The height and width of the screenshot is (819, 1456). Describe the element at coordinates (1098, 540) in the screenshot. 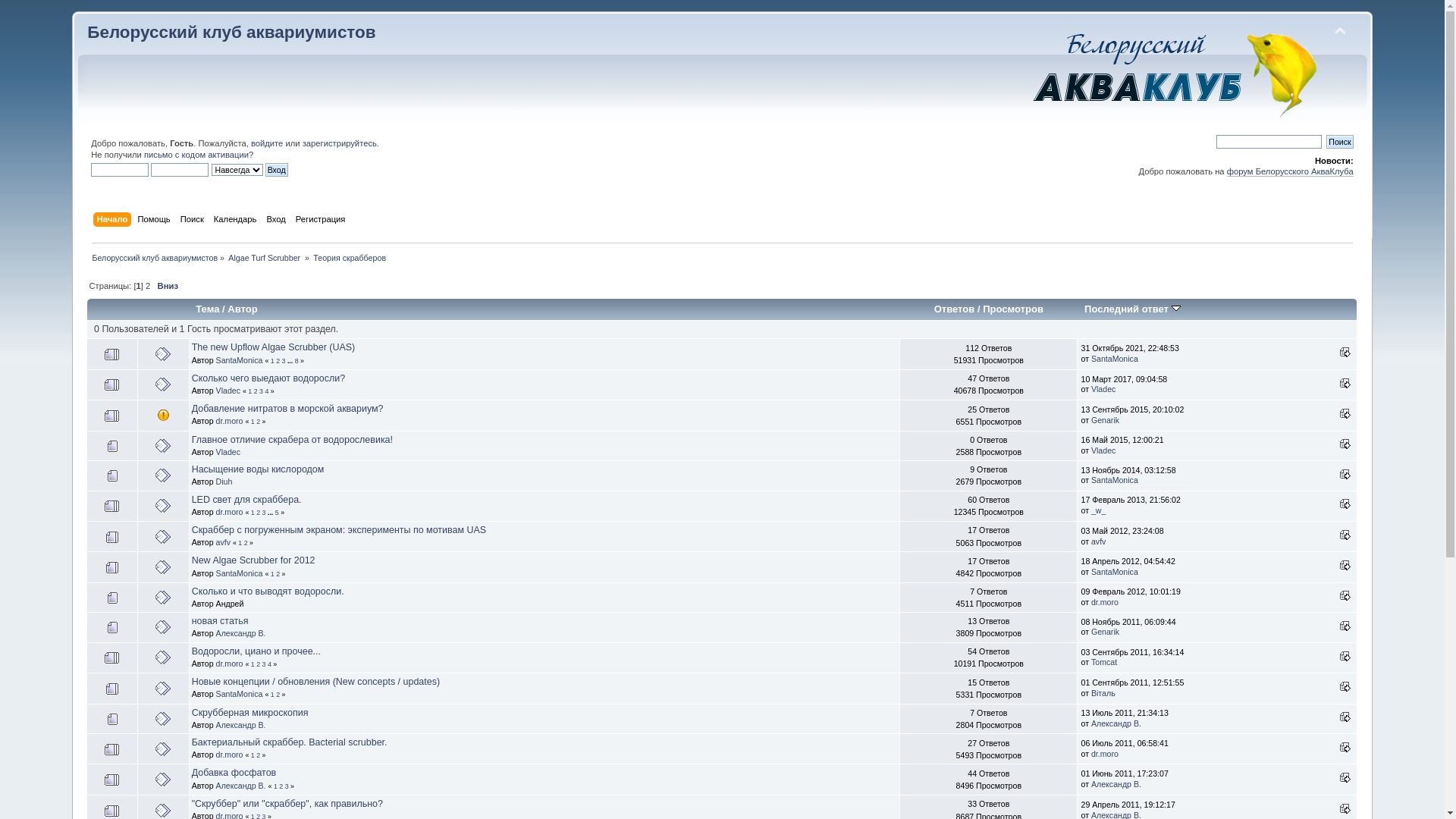

I see `'avfv'` at that location.